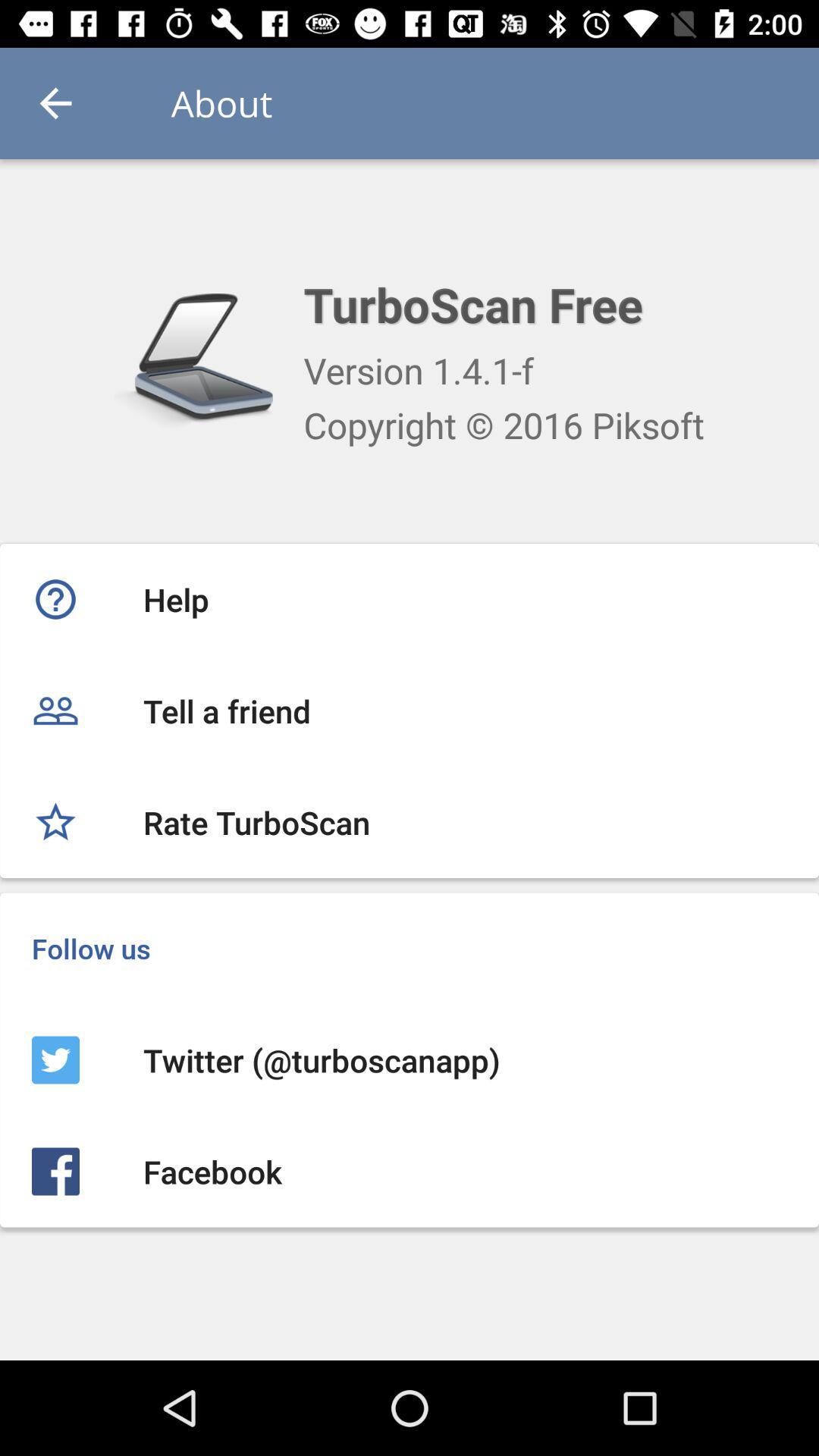 The image size is (819, 1456). I want to click on icon above the follow us, so click(409, 821).